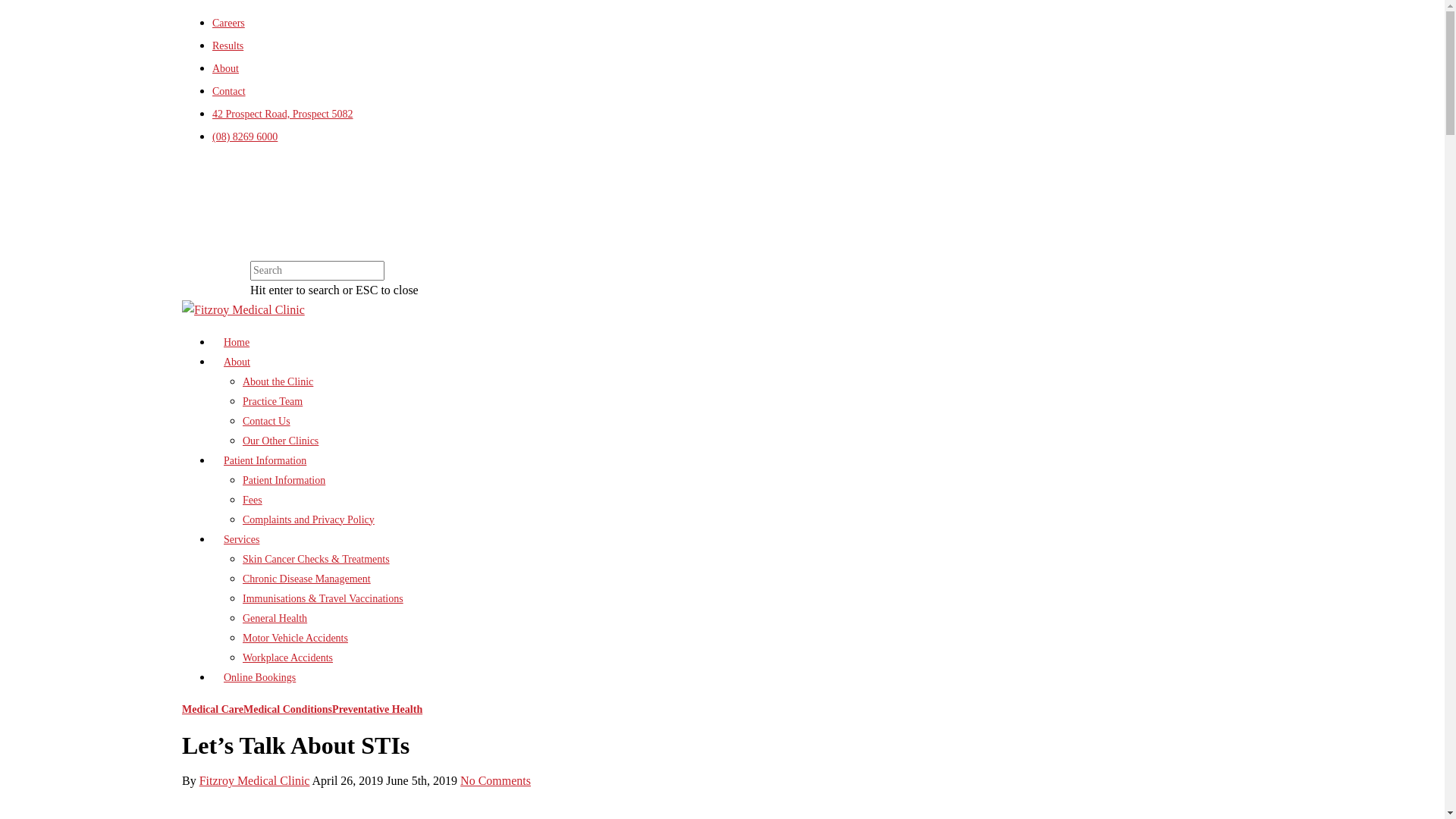 This screenshot has height=819, width=1456. Describe the element at coordinates (284, 480) in the screenshot. I see `'Patient Information'` at that location.